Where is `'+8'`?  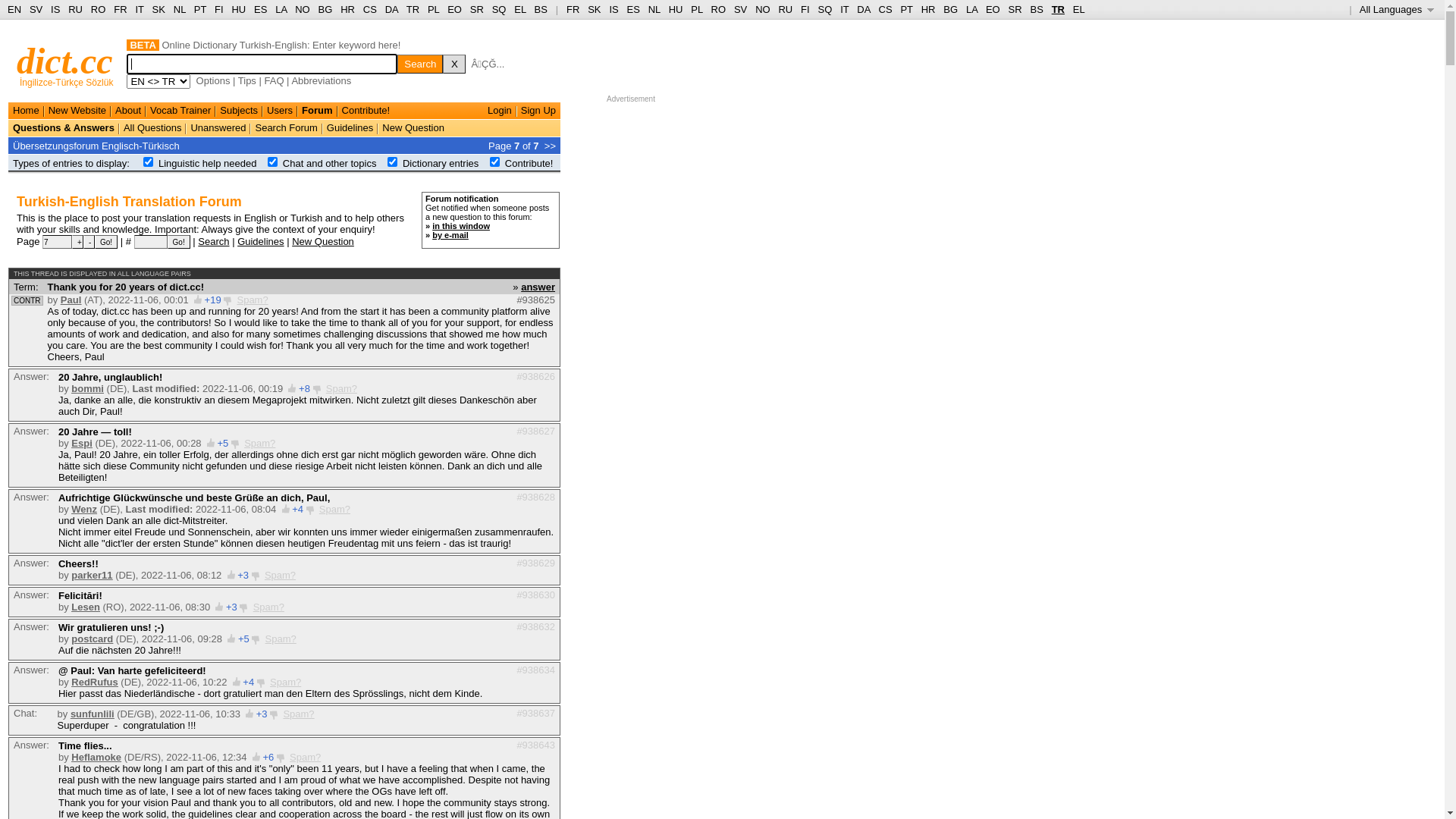 '+8' is located at coordinates (303, 388).